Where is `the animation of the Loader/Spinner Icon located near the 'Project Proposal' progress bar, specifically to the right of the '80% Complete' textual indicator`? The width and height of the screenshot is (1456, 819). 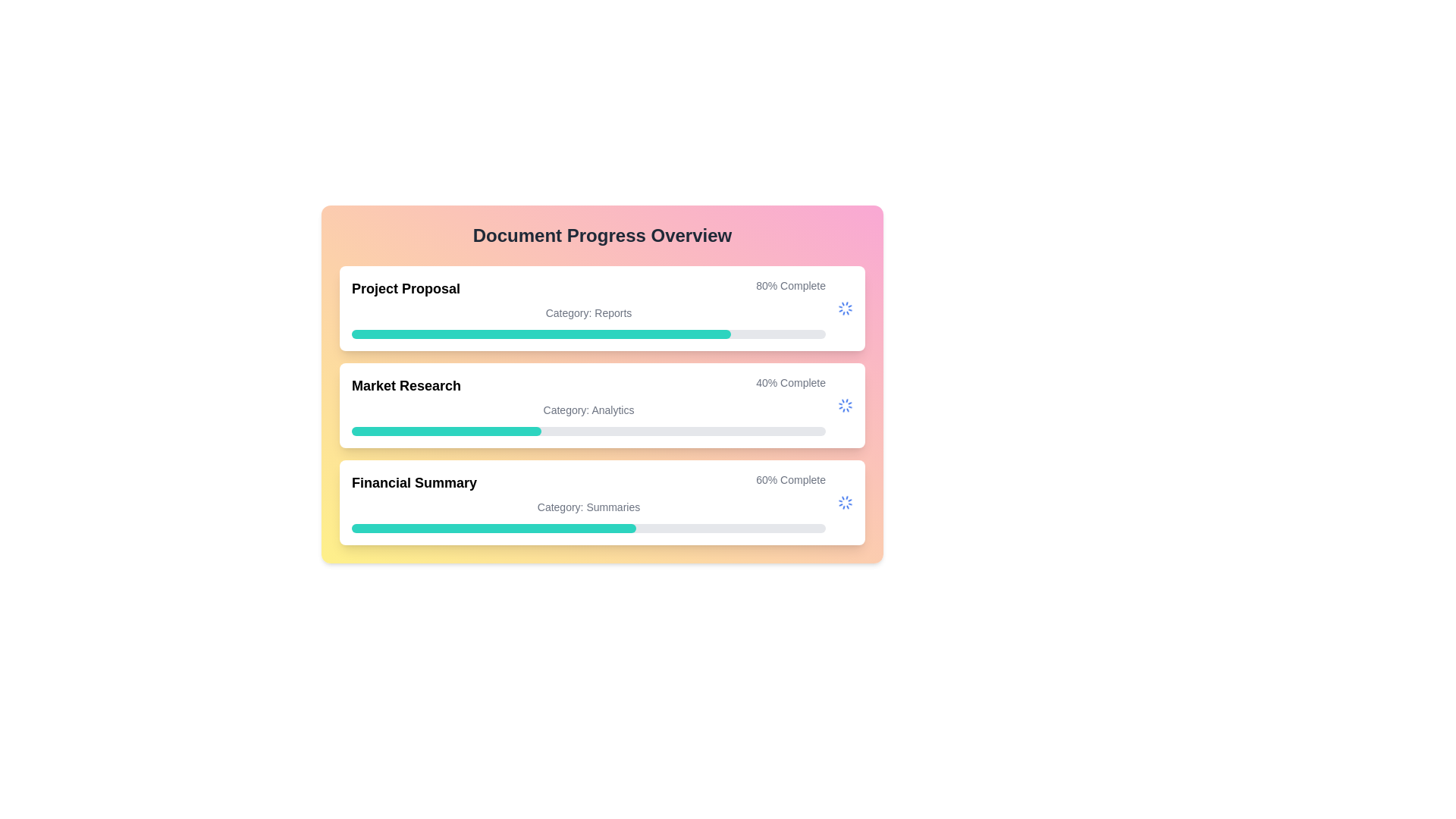
the animation of the Loader/Spinner Icon located near the 'Project Proposal' progress bar, specifically to the right of the '80% Complete' textual indicator is located at coordinates (844, 308).